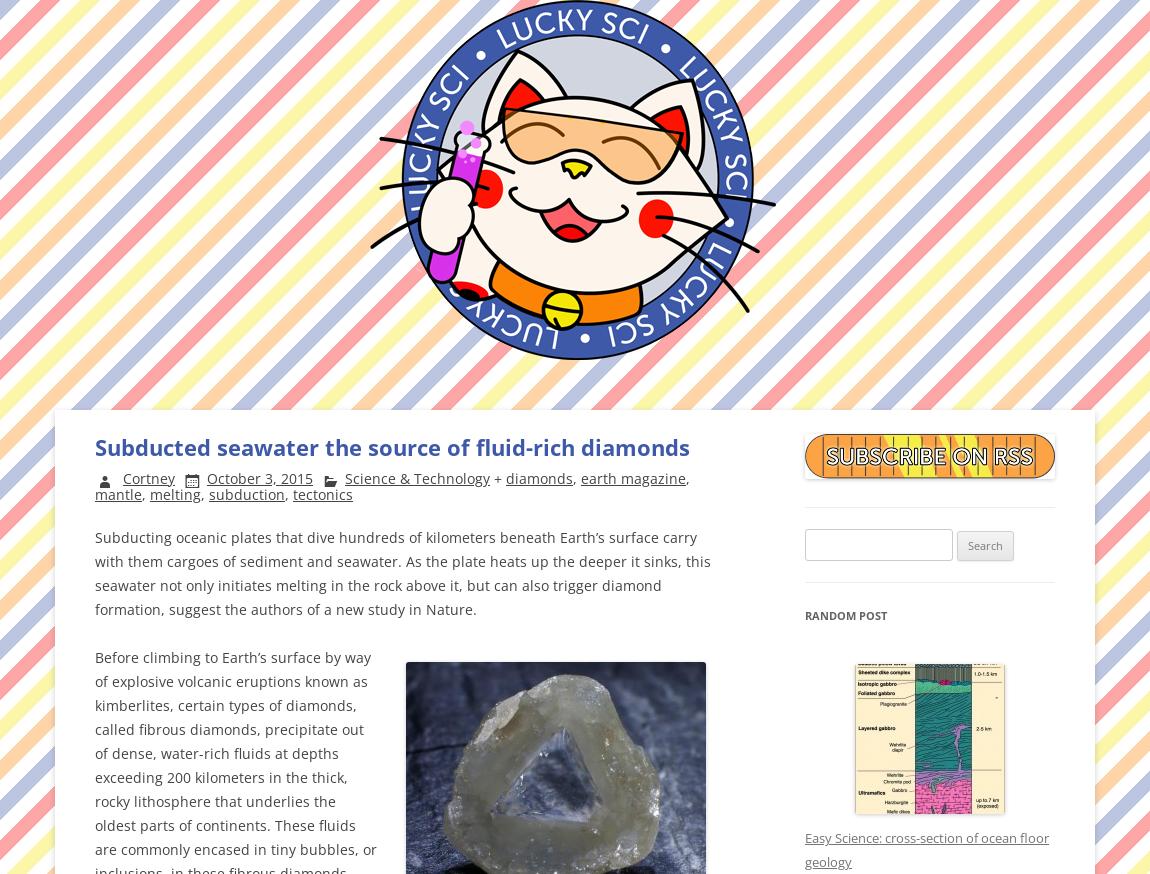 The width and height of the screenshot is (1150, 874). Describe the element at coordinates (845, 614) in the screenshot. I see `'Random Post'` at that location.